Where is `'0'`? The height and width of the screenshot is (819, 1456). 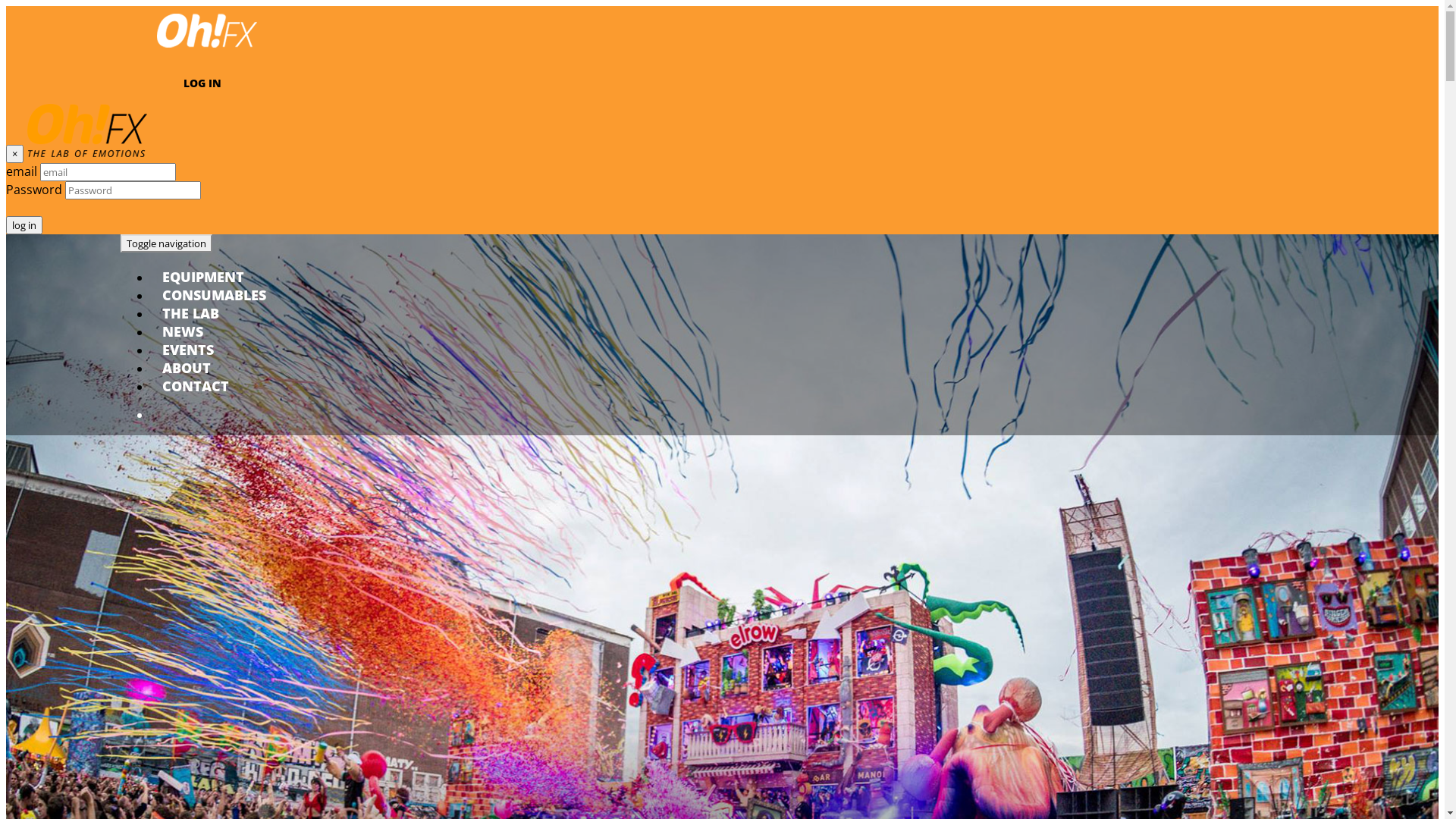
'0' is located at coordinates (253, 415).